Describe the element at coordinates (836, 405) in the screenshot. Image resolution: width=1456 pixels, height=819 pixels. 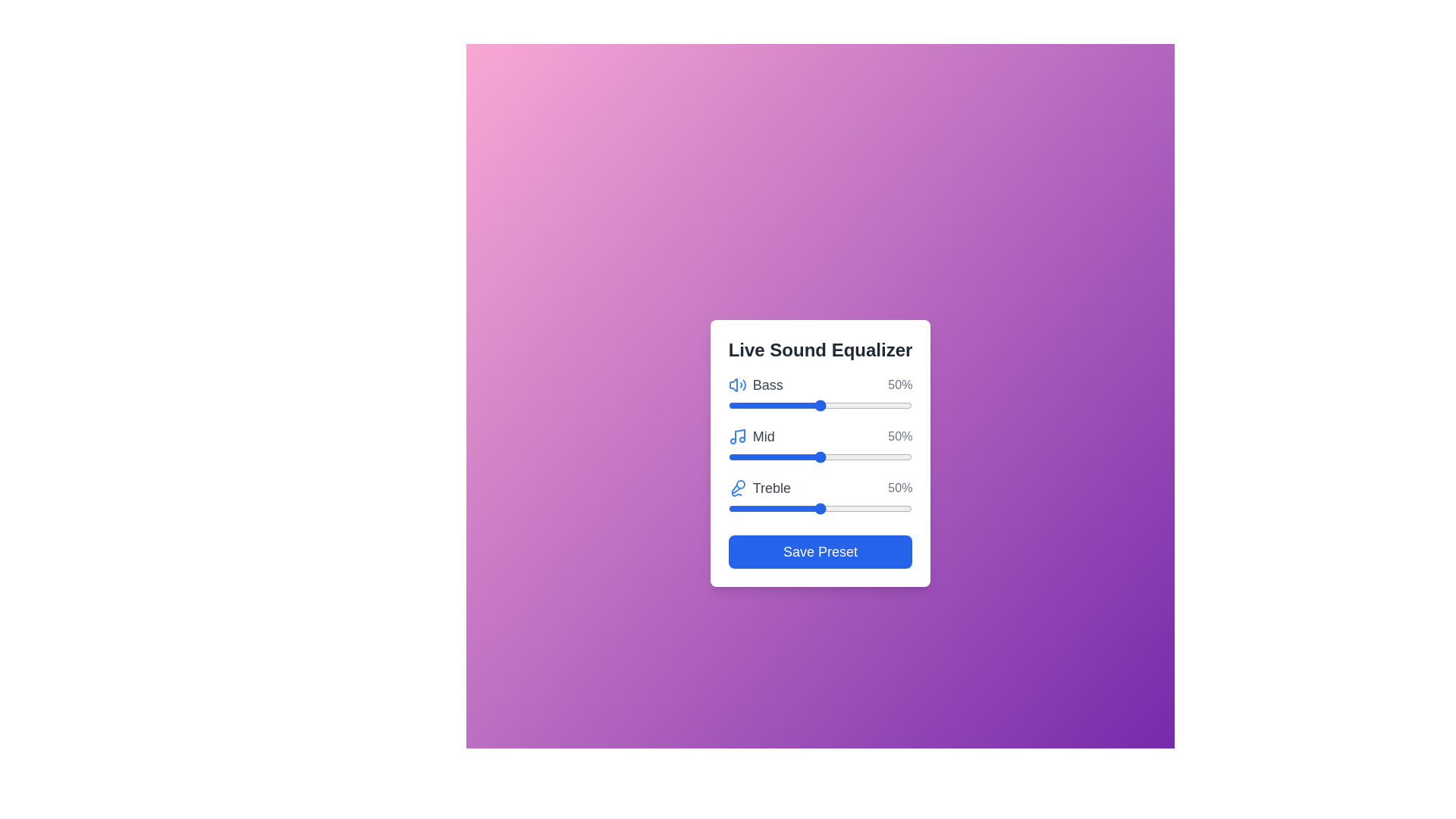
I see `the Bass slider to 59%` at that location.